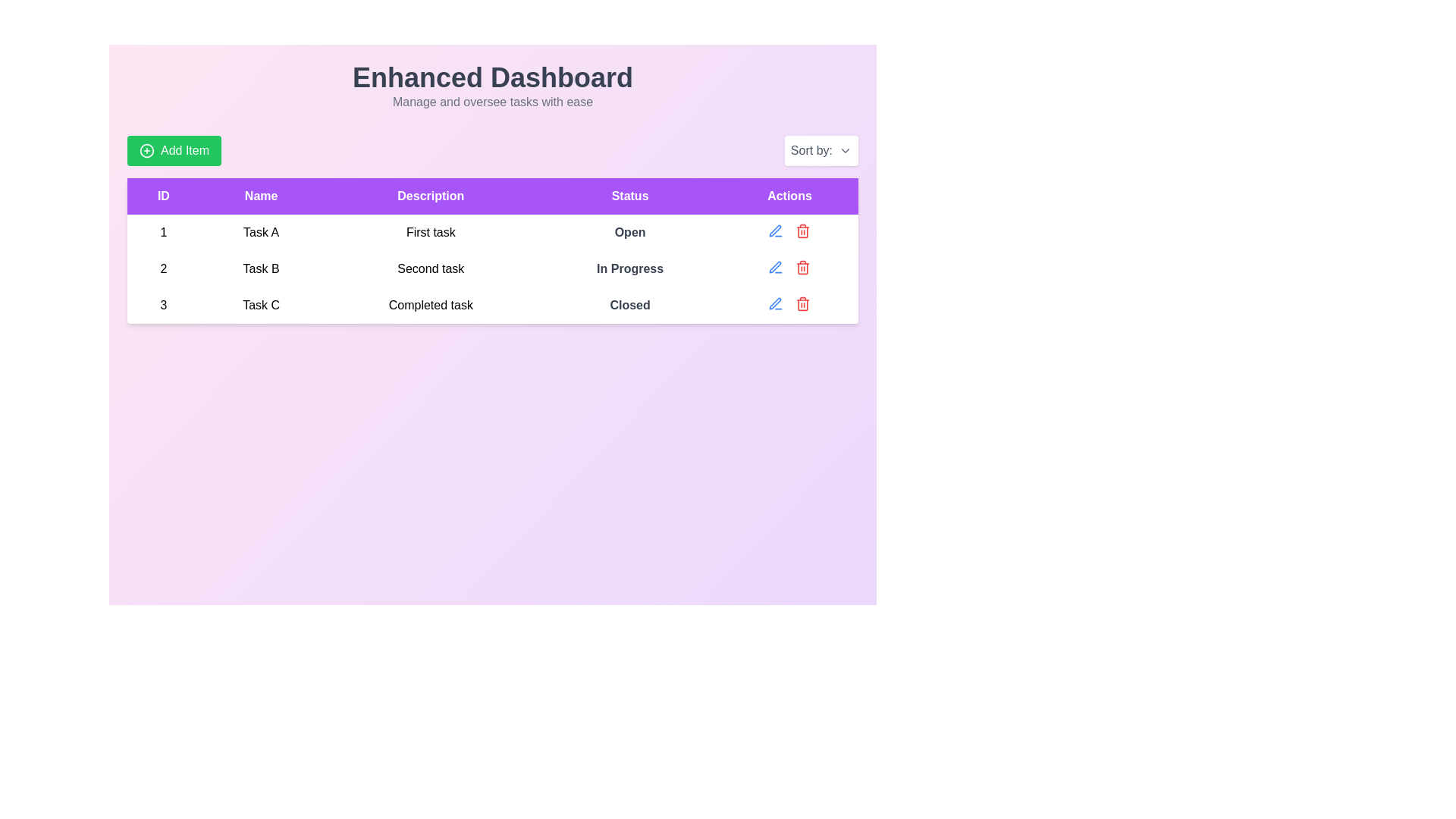  What do you see at coordinates (164, 305) in the screenshot?
I see `the Table Cell in the first column of the third row, which serves as an identifier for the associated task` at bounding box center [164, 305].